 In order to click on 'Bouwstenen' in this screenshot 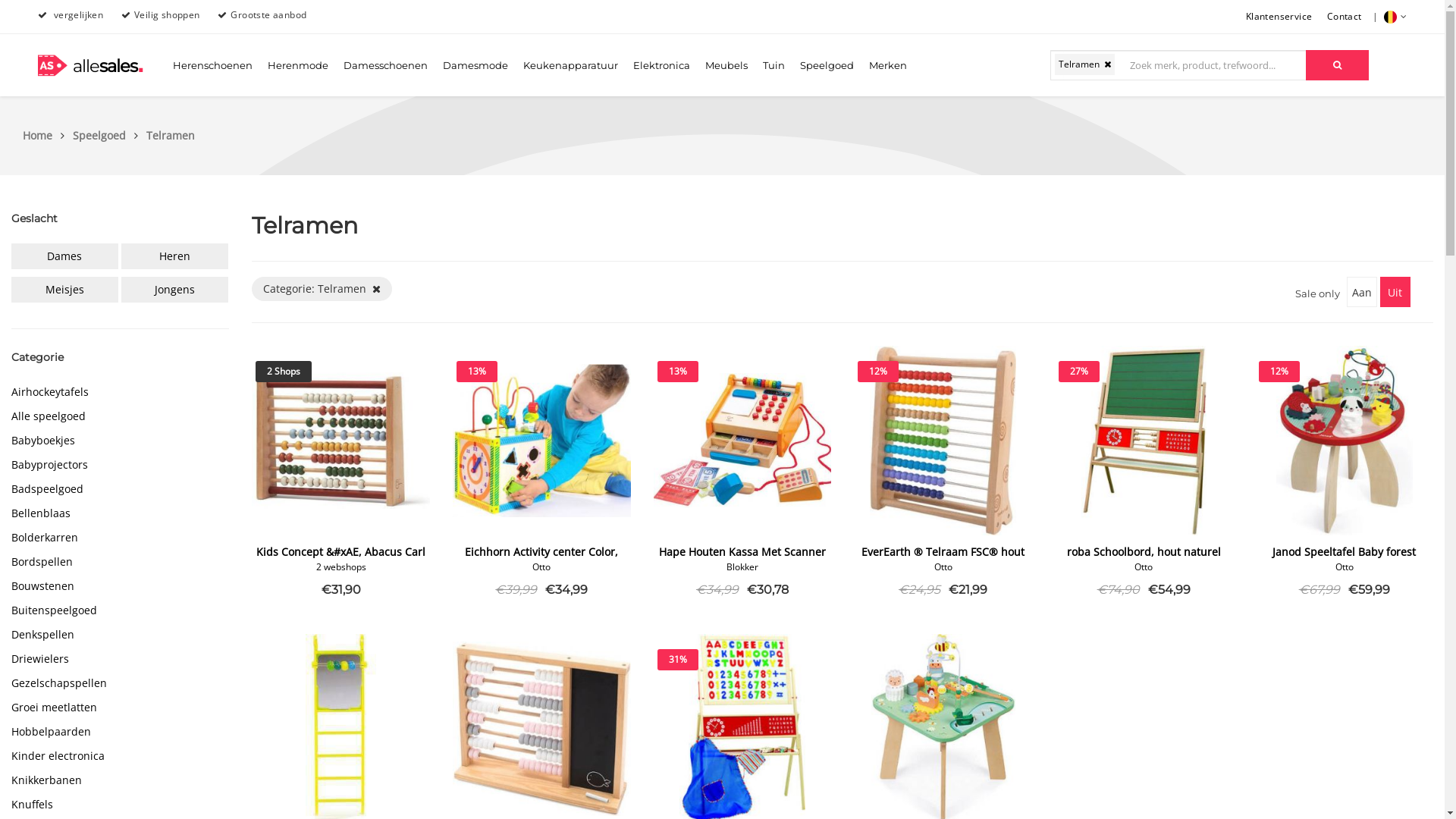, I will do `click(11, 585)`.